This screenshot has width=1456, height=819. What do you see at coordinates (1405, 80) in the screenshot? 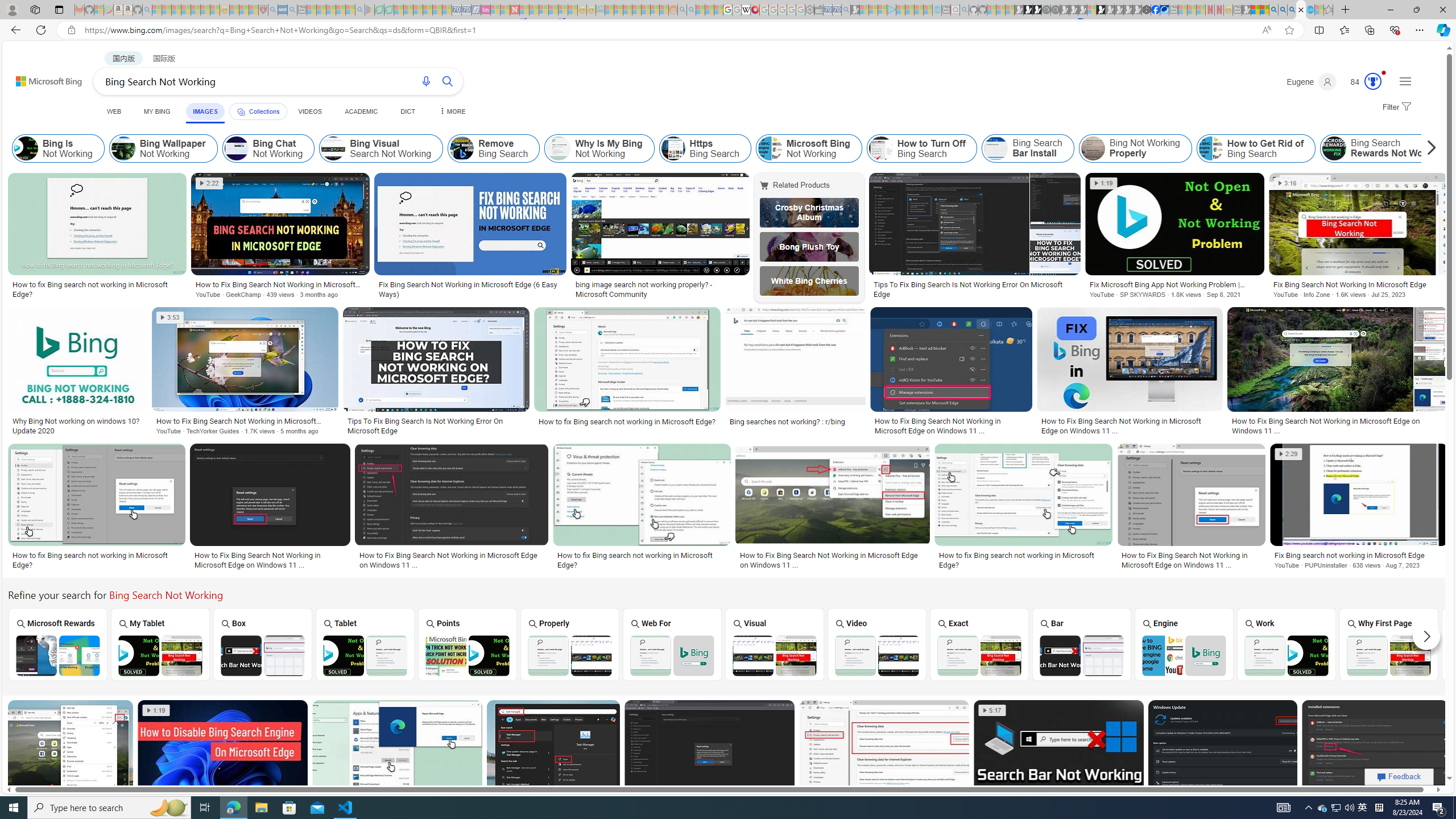
I see `'Settings and quick links'` at bounding box center [1405, 80].